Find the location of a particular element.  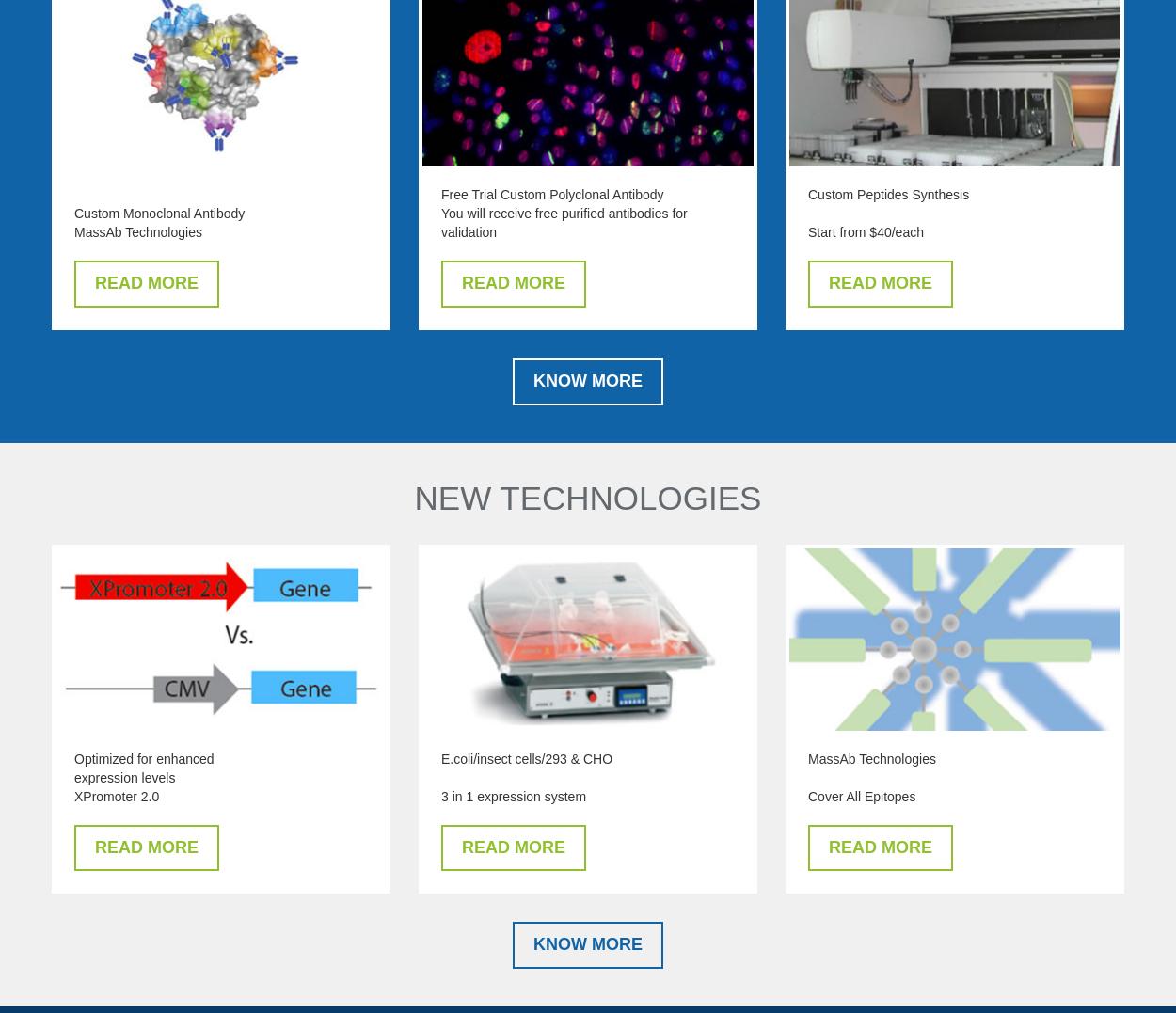

'You will receive free purified antibodies for validation' is located at coordinates (563, 223).